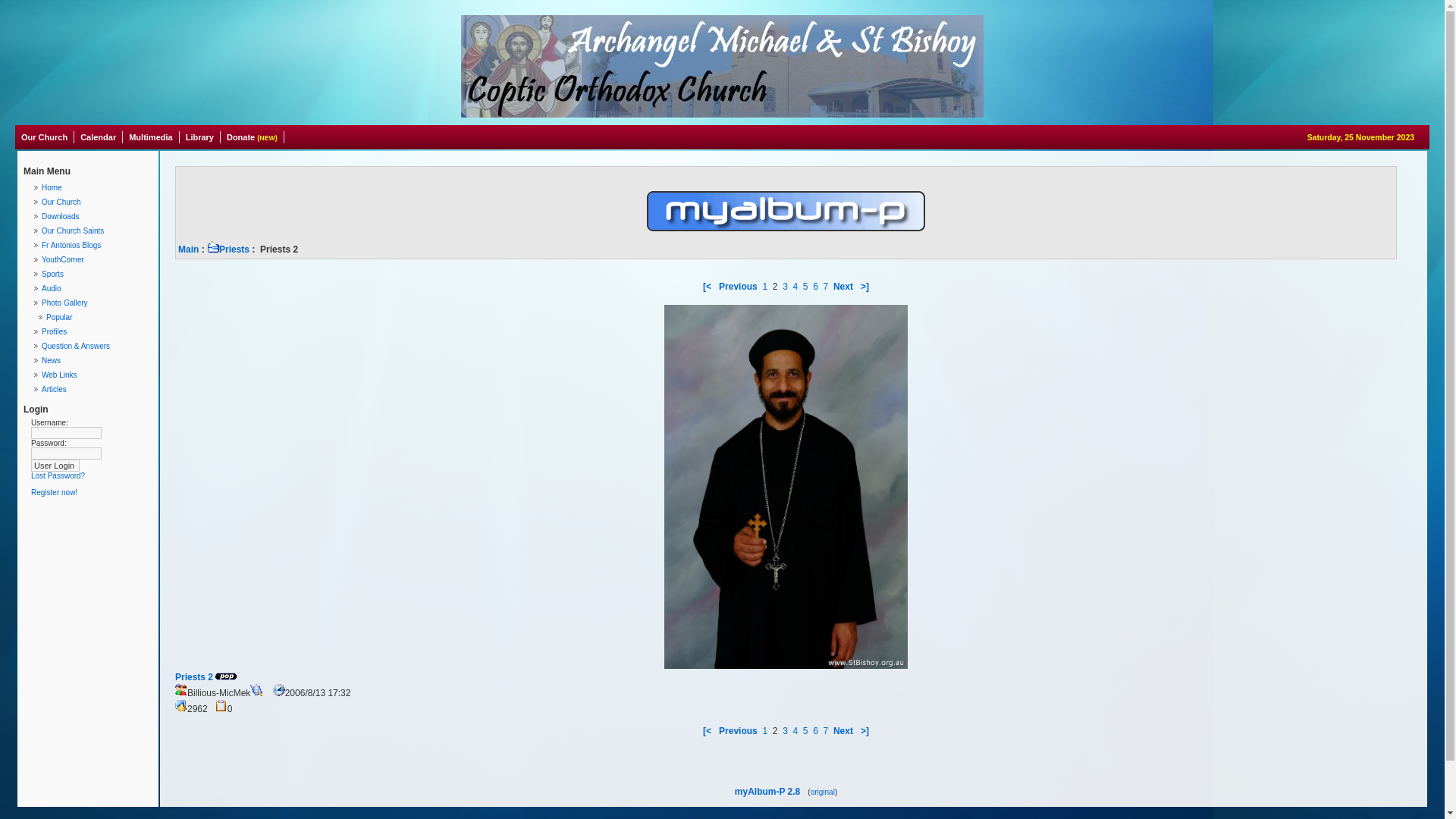 This screenshot has width=1456, height=819. What do you see at coordinates (256, 690) in the screenshot?
I see `'More Photos from Billious-MicMek'` at bounding box center [256, 690].